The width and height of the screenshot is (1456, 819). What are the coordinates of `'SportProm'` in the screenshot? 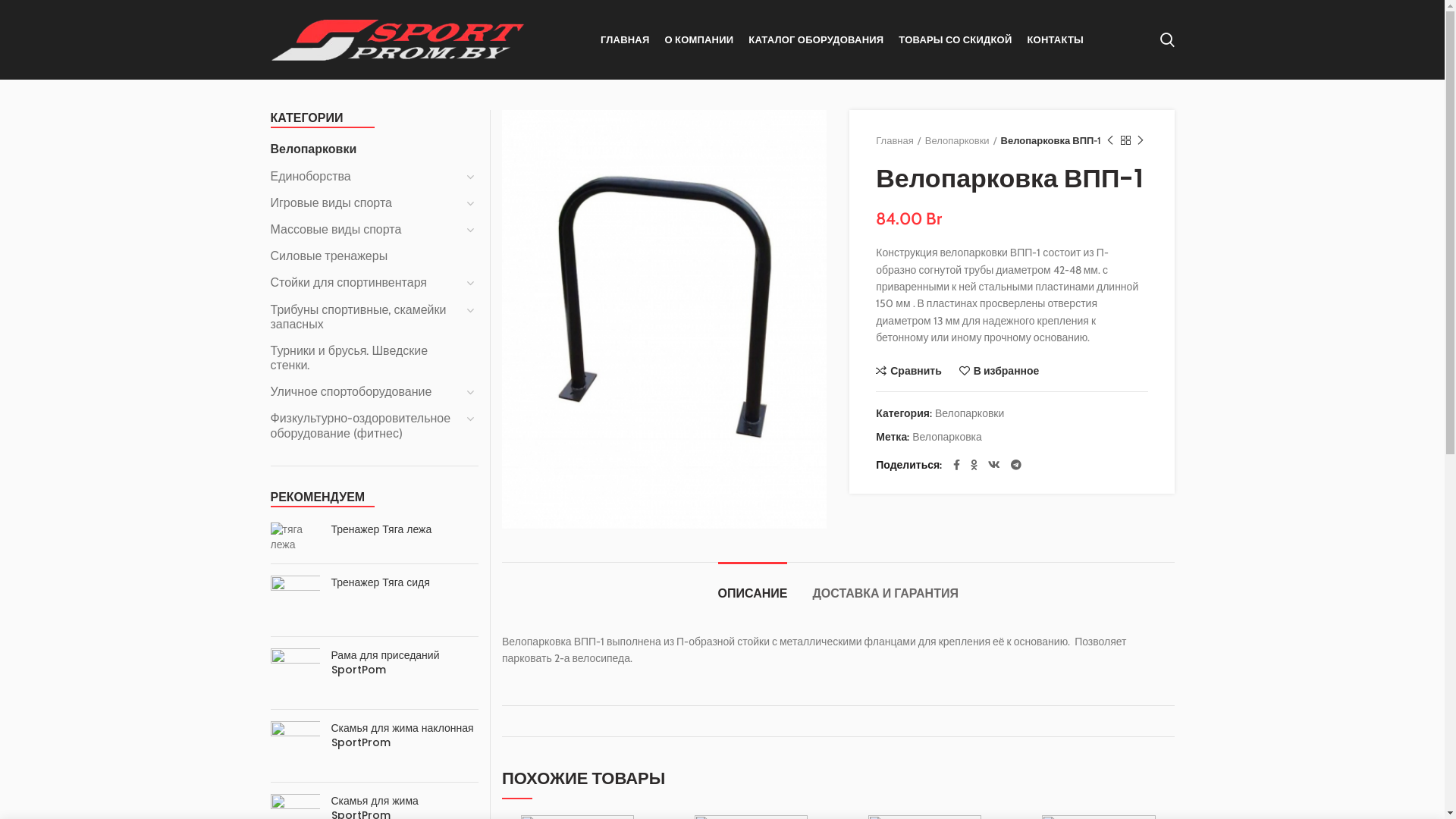 It's located at (295, 795).